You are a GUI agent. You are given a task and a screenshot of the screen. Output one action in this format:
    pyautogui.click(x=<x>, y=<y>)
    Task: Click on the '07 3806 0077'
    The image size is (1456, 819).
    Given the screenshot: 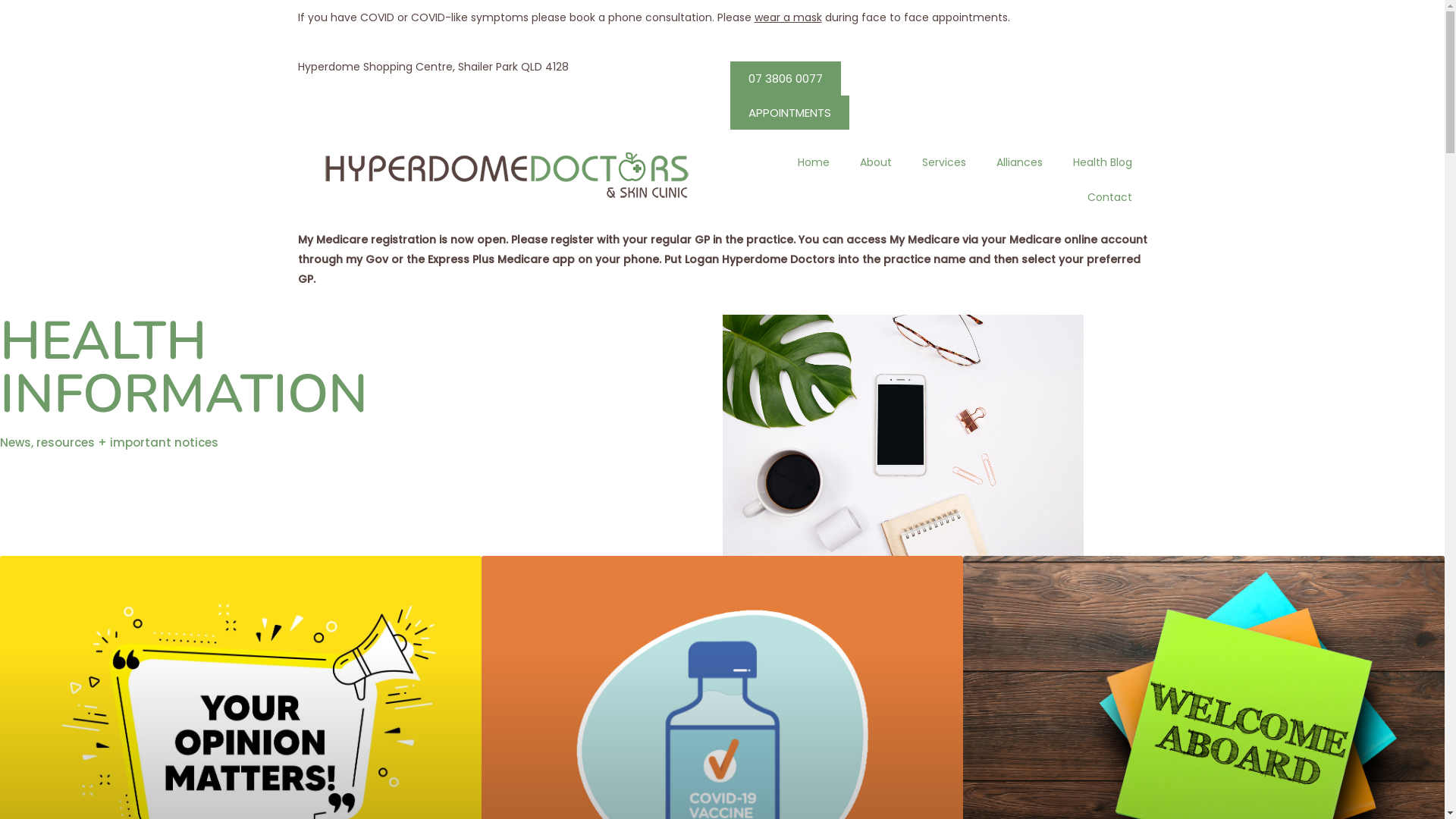 What is the action you would take?
    pyautogui.click(x=785, y=77)
    